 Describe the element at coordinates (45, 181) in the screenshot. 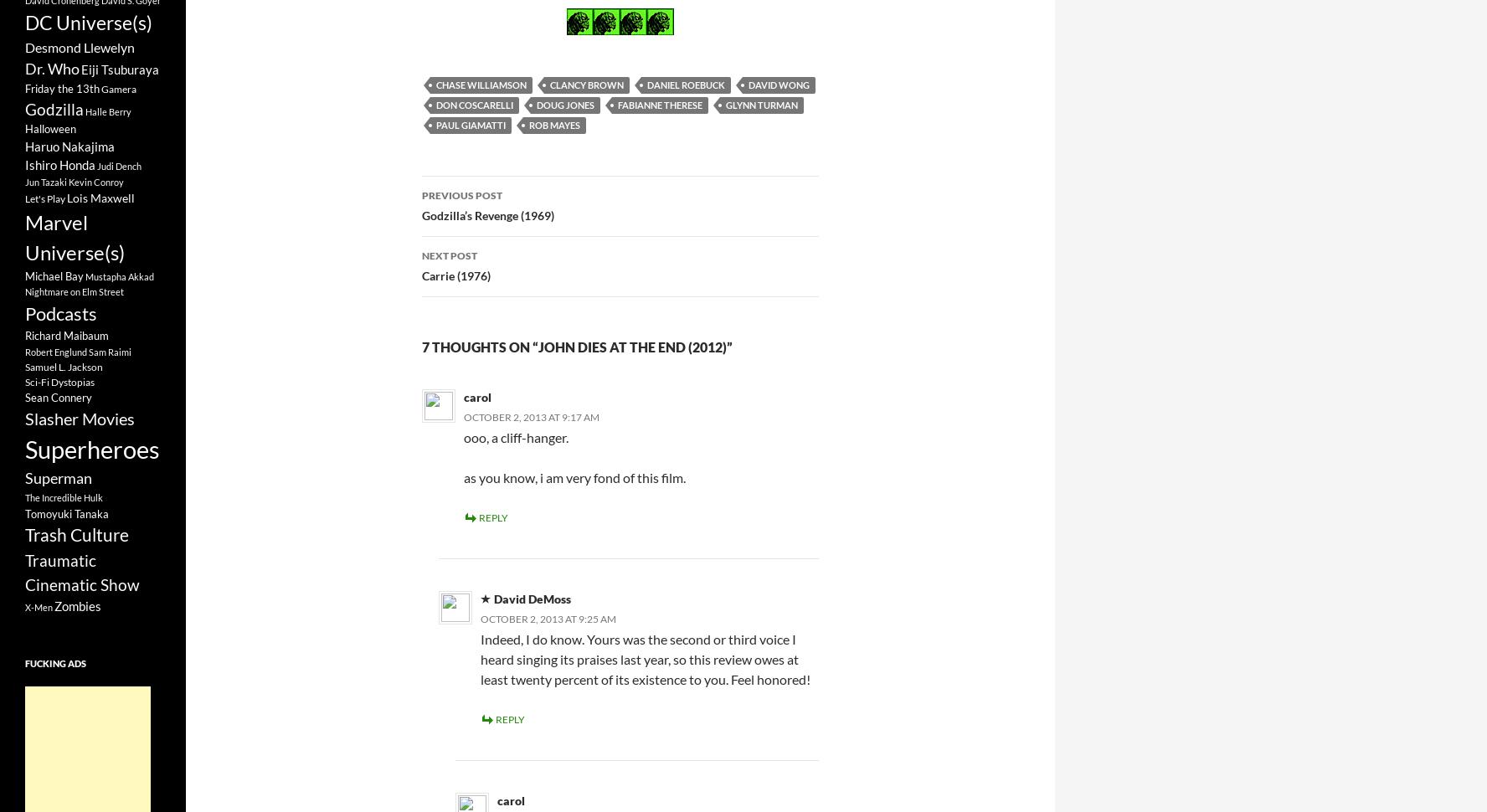

I see `'Jun Tazaki'` at that location.